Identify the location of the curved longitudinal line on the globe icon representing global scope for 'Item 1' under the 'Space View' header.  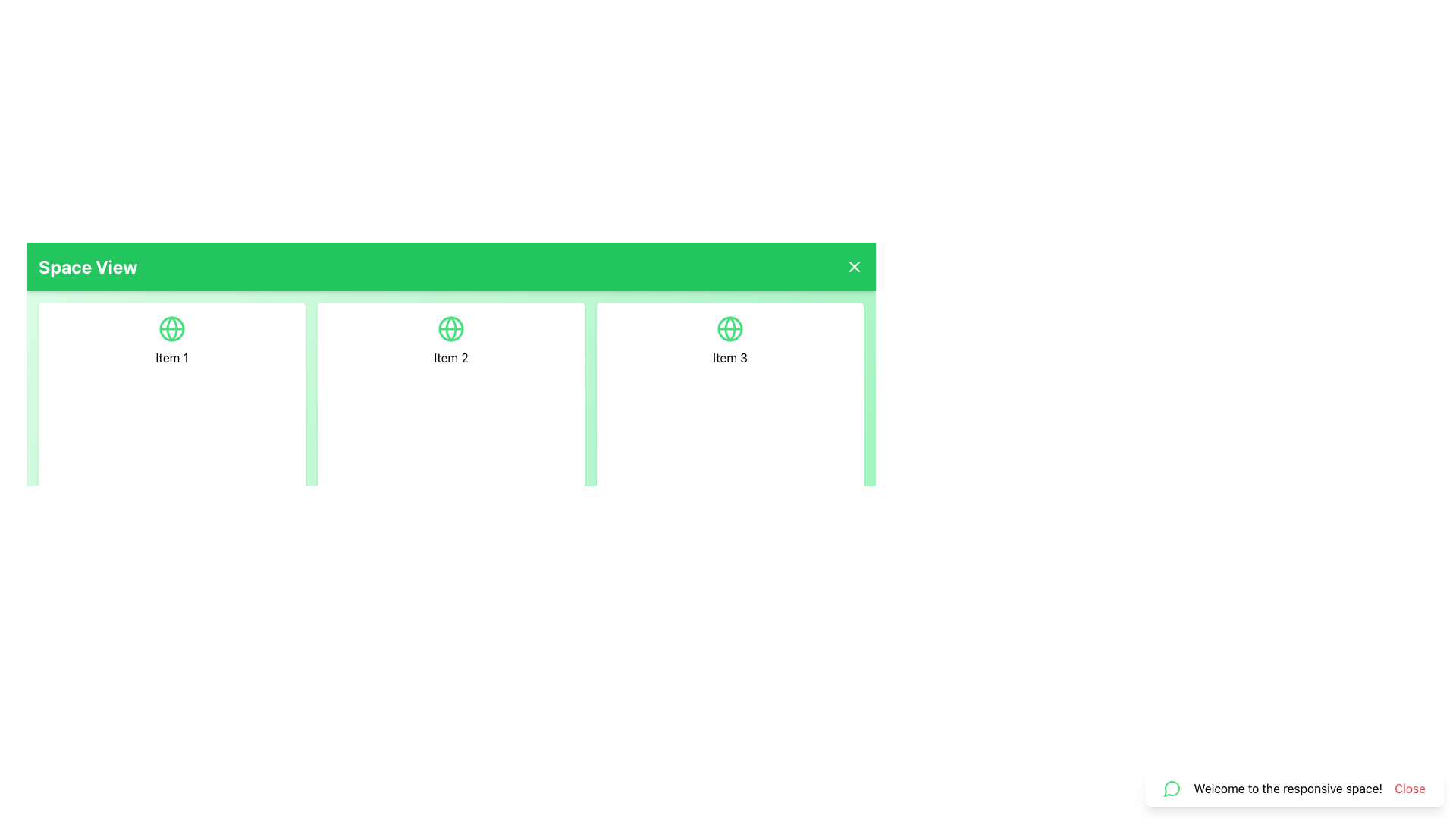
(171, 328).